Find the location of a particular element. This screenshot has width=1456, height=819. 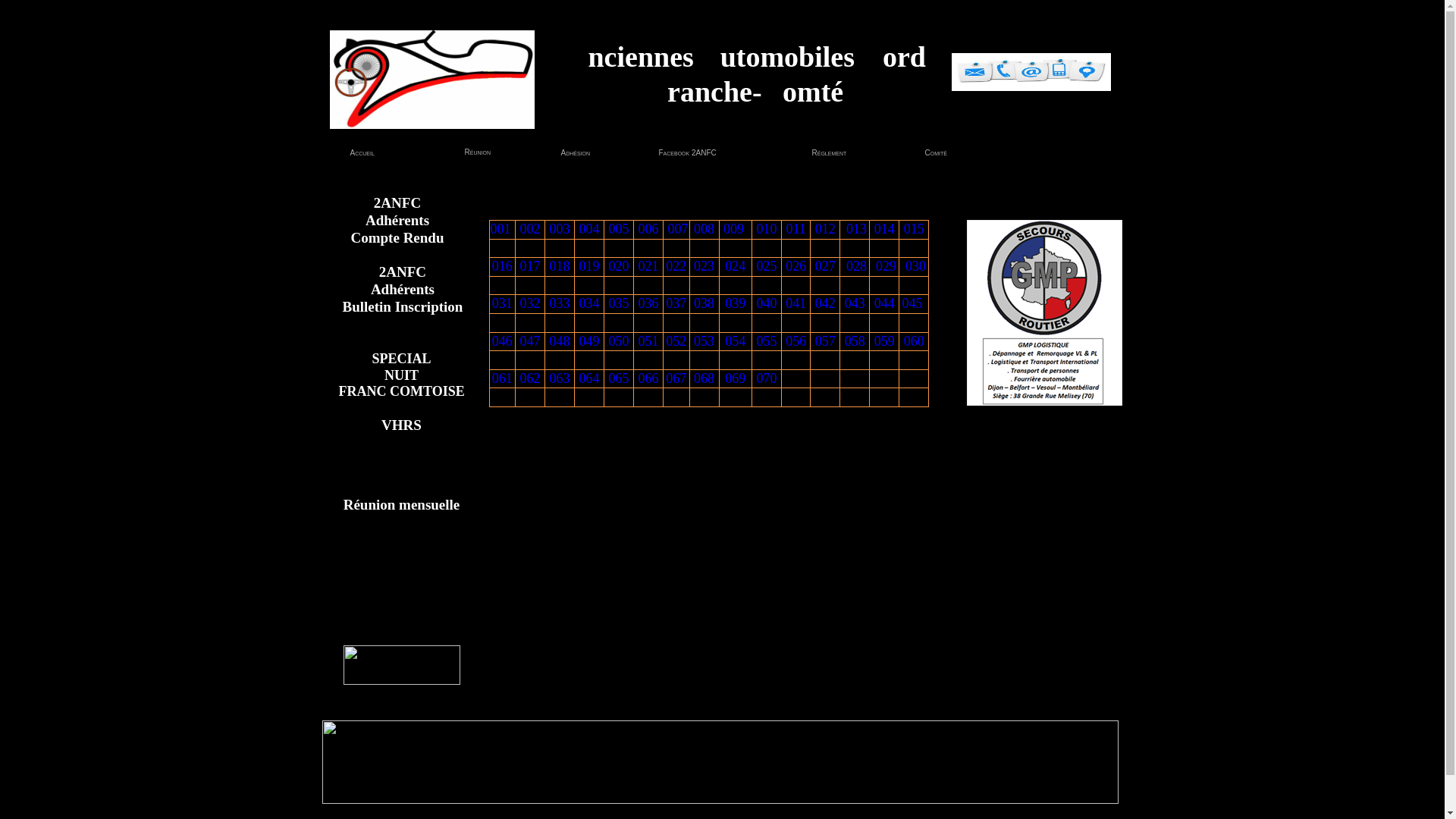

'057' is located at coordinates (824, 341).